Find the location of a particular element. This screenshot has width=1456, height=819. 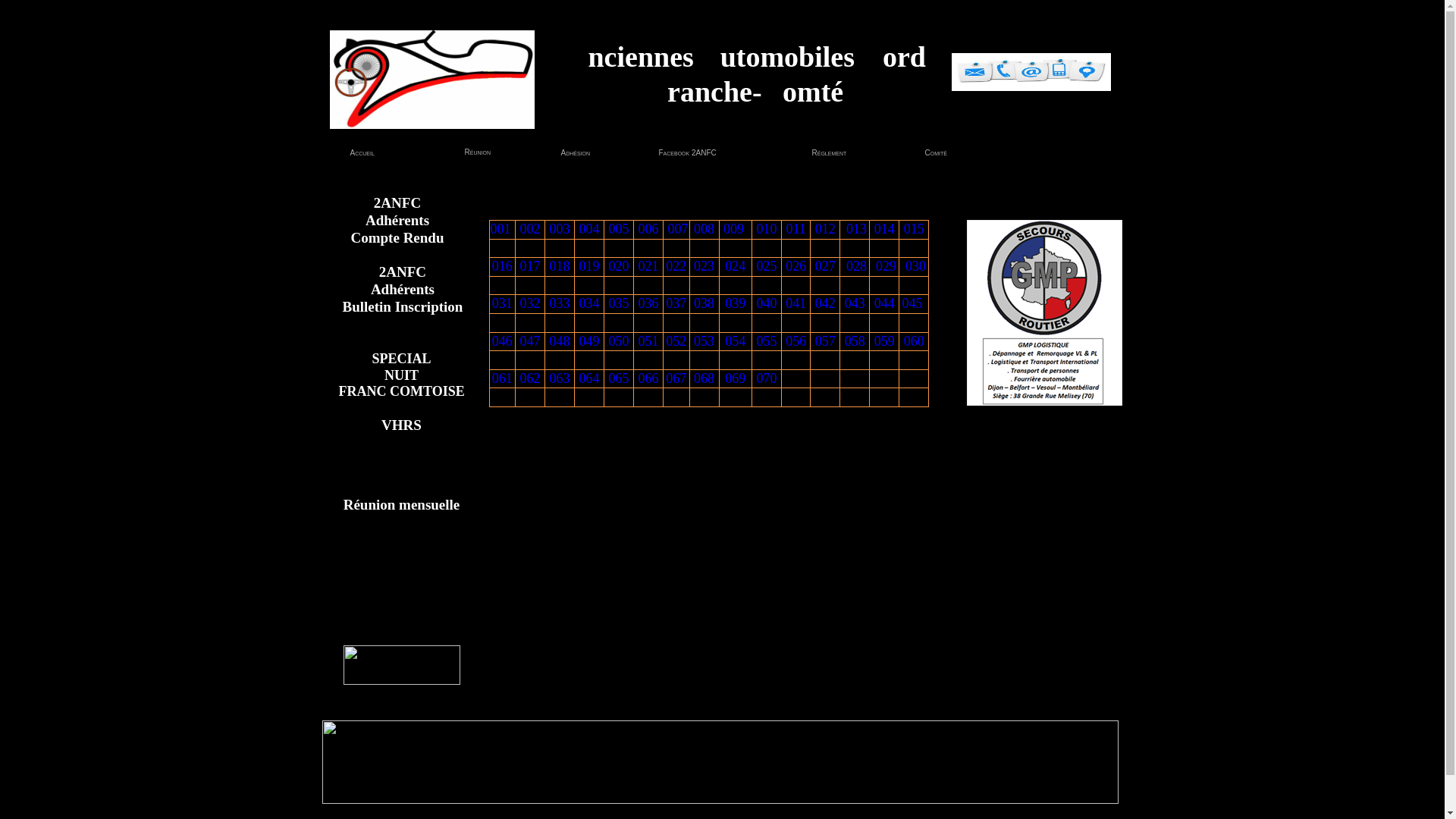

'057' is located at coordinates (824, 341).